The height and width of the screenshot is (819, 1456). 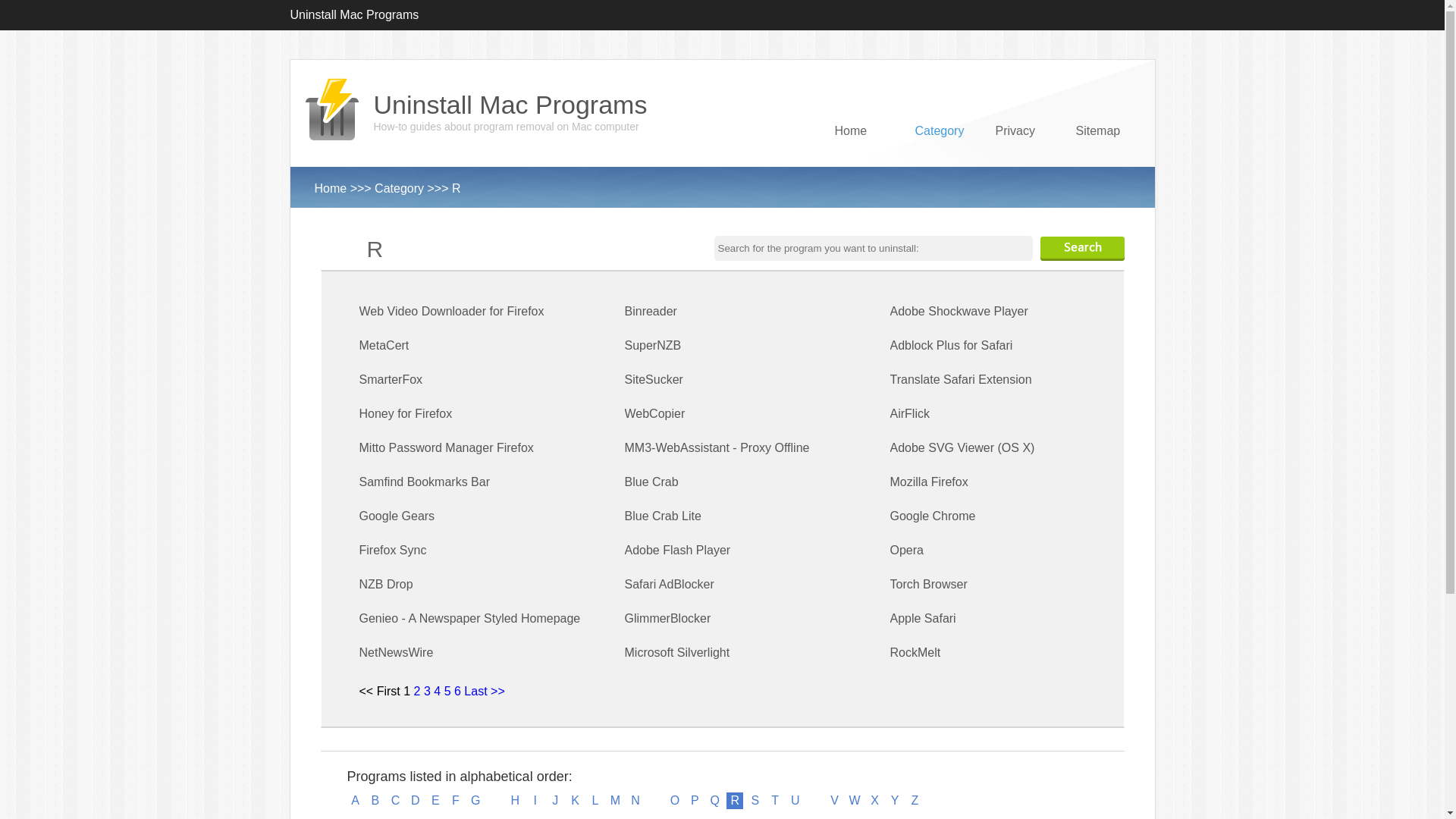 I want to click on 'Adobe Flash Player', so click(x=676, y=550).